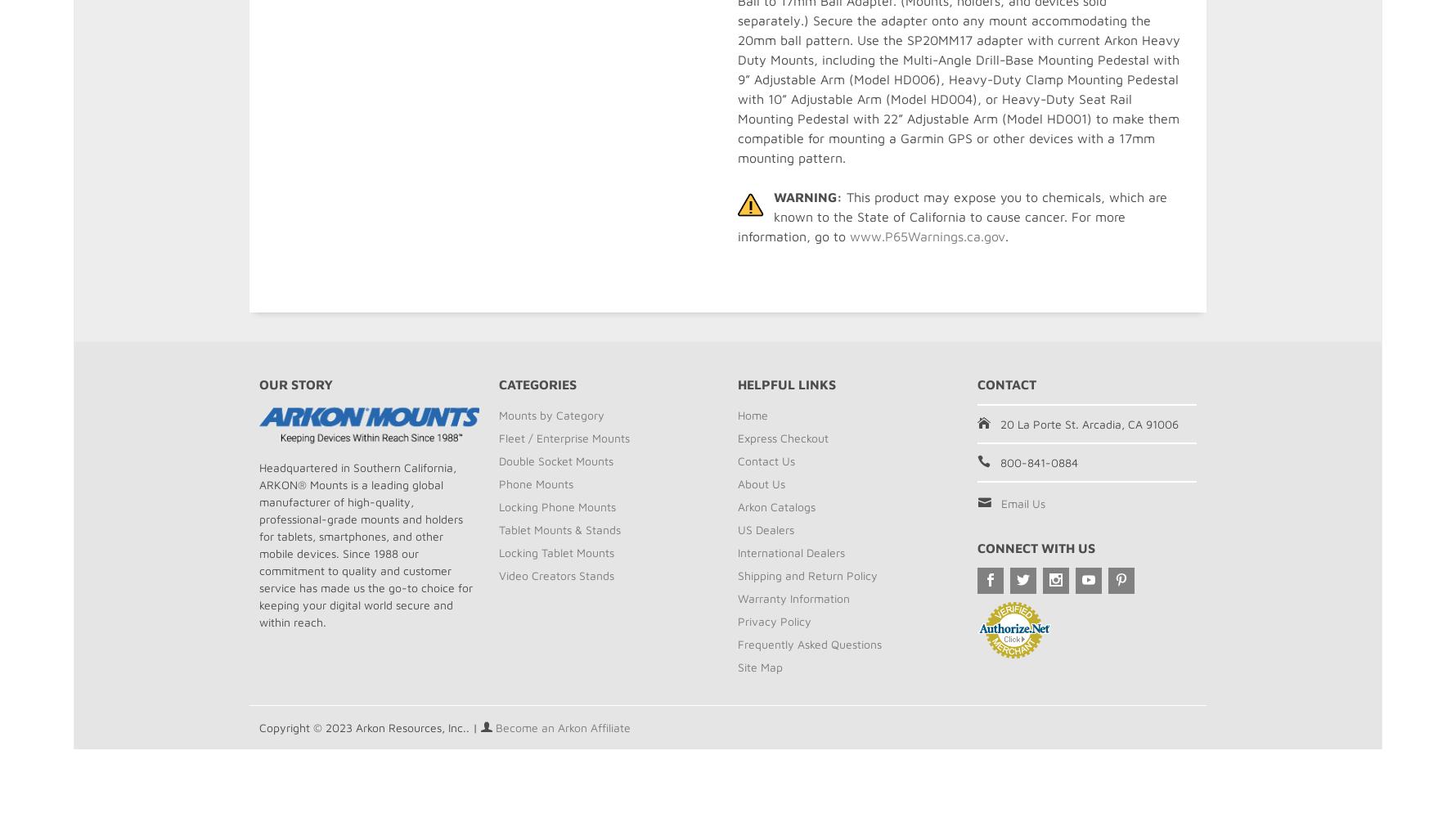 This screenshot has height=818, width=1456. I want to click on 'About Us', so click(737, 483).